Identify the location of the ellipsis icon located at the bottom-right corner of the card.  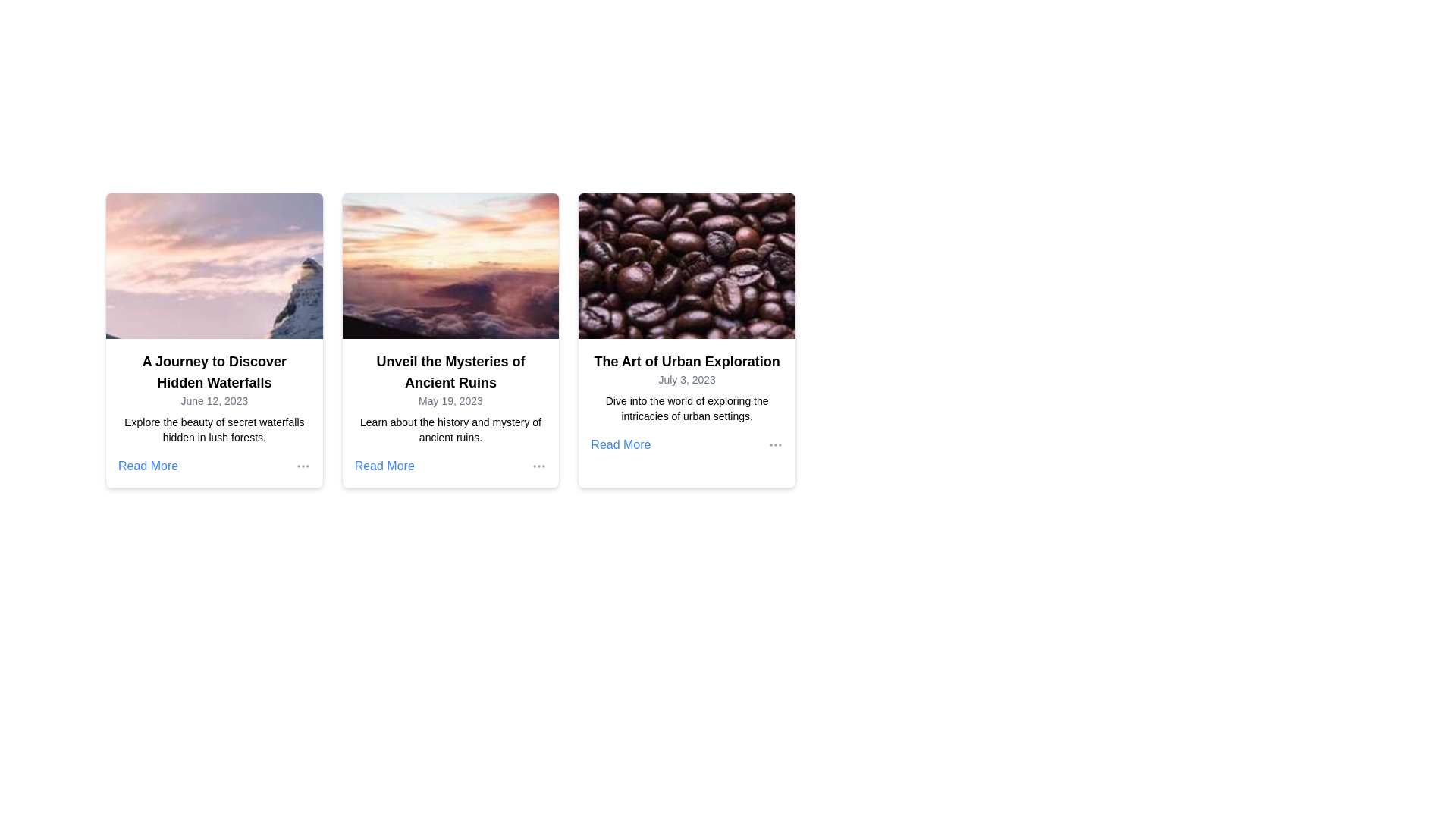
(303, 465).